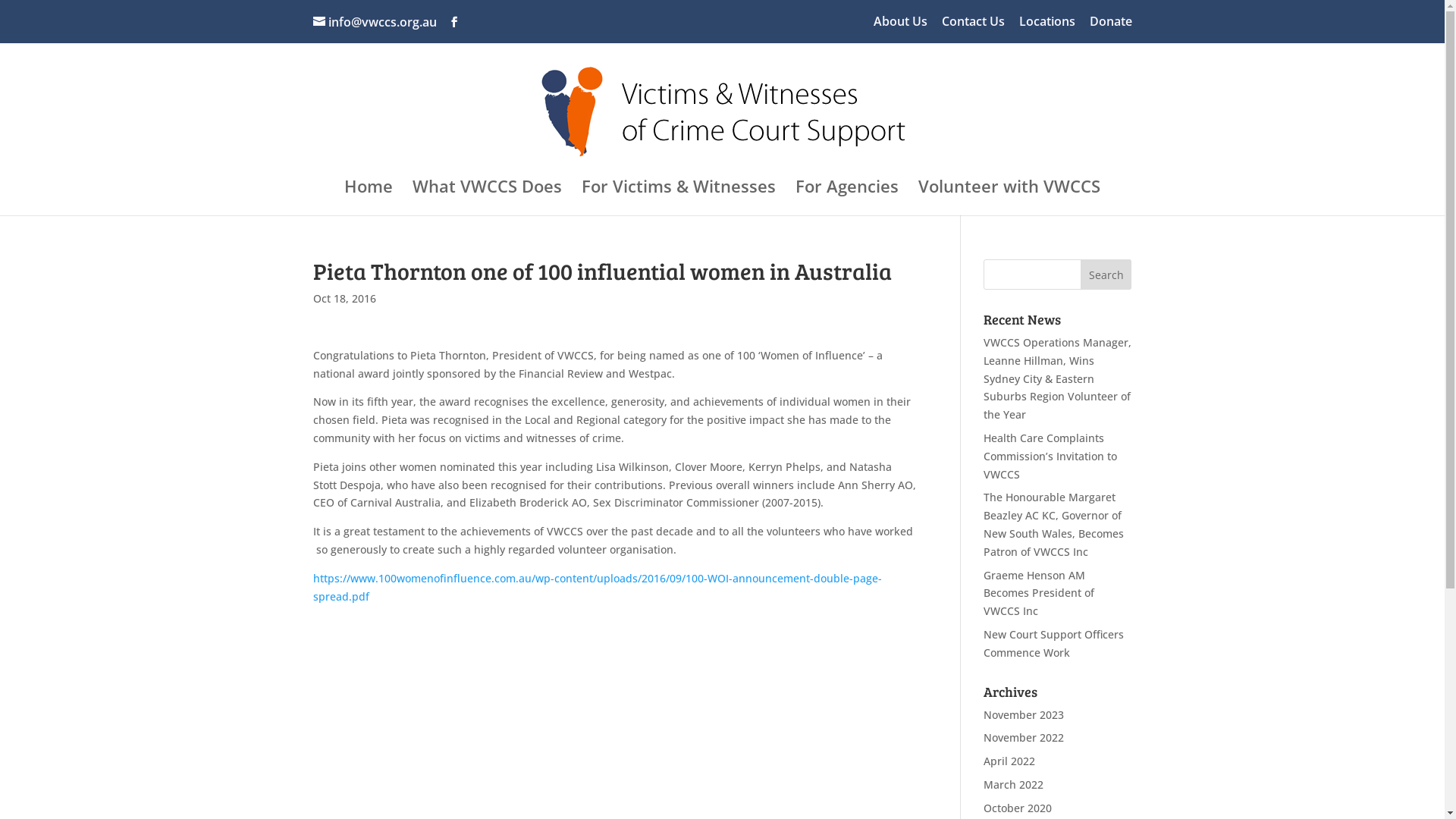 This screenshot has height=819, width=1456. Describe the element at coordinates (374, 22) in the screenshot. I see `'info@vwccs.org.au'` at that location.